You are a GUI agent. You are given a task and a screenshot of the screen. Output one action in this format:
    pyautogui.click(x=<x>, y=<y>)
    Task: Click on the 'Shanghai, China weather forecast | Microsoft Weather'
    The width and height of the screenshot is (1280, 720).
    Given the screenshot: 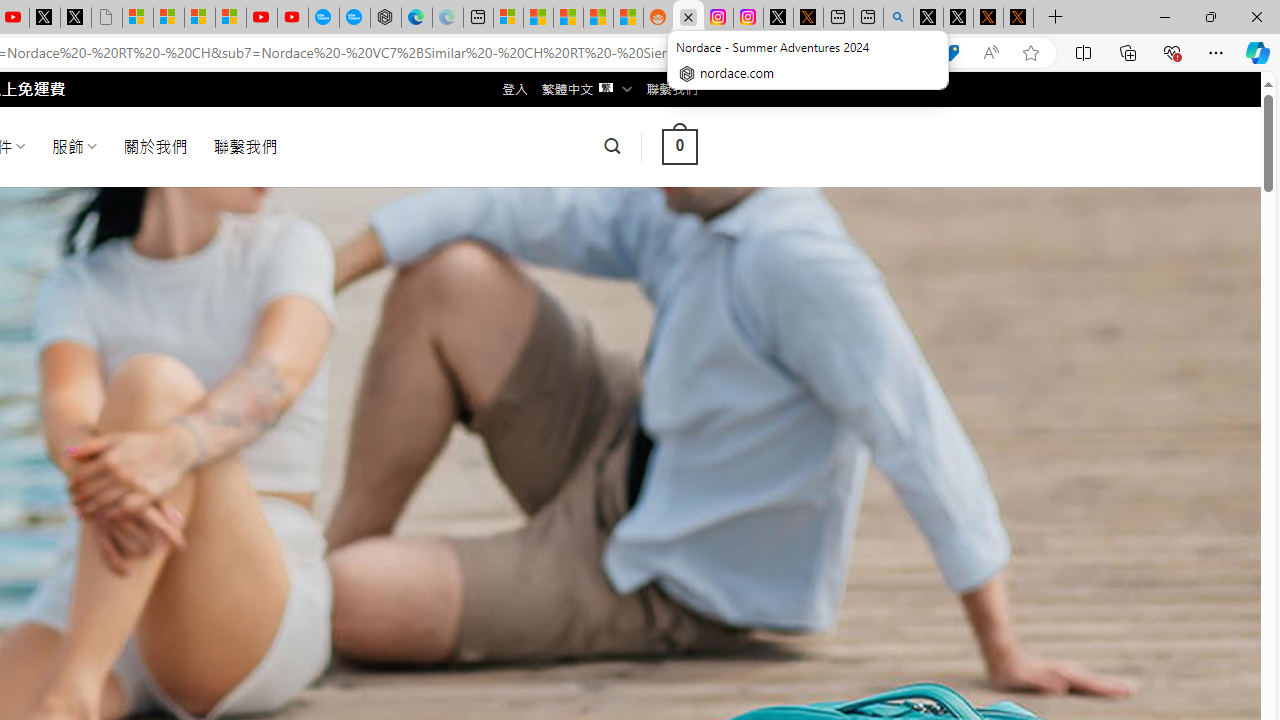 What is the action you would take?
    pyautogui.click(x=538, y=17)
    